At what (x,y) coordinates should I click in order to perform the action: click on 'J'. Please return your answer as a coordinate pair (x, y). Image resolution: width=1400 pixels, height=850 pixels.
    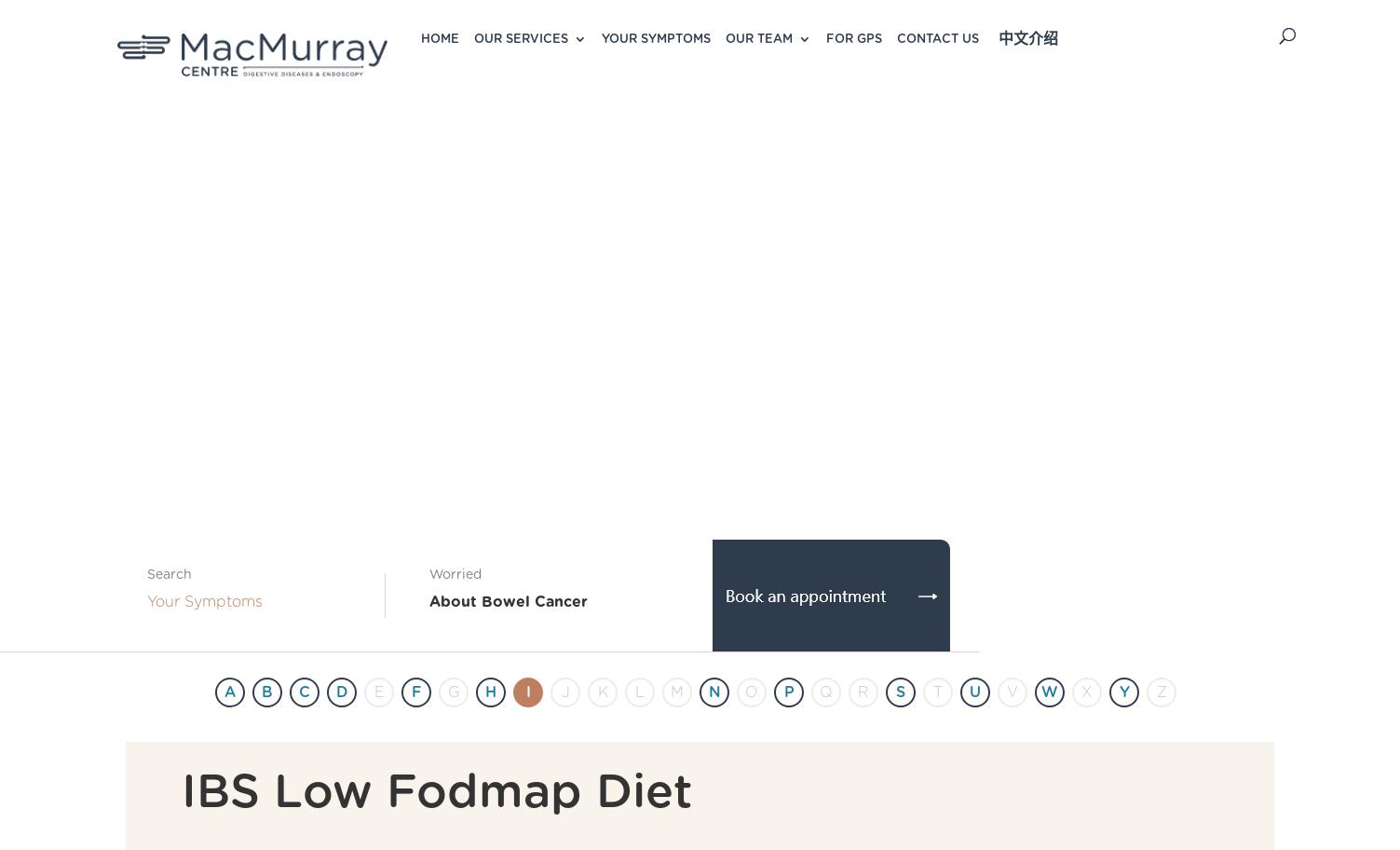
    Looking at the image, I should click on (559, 692).